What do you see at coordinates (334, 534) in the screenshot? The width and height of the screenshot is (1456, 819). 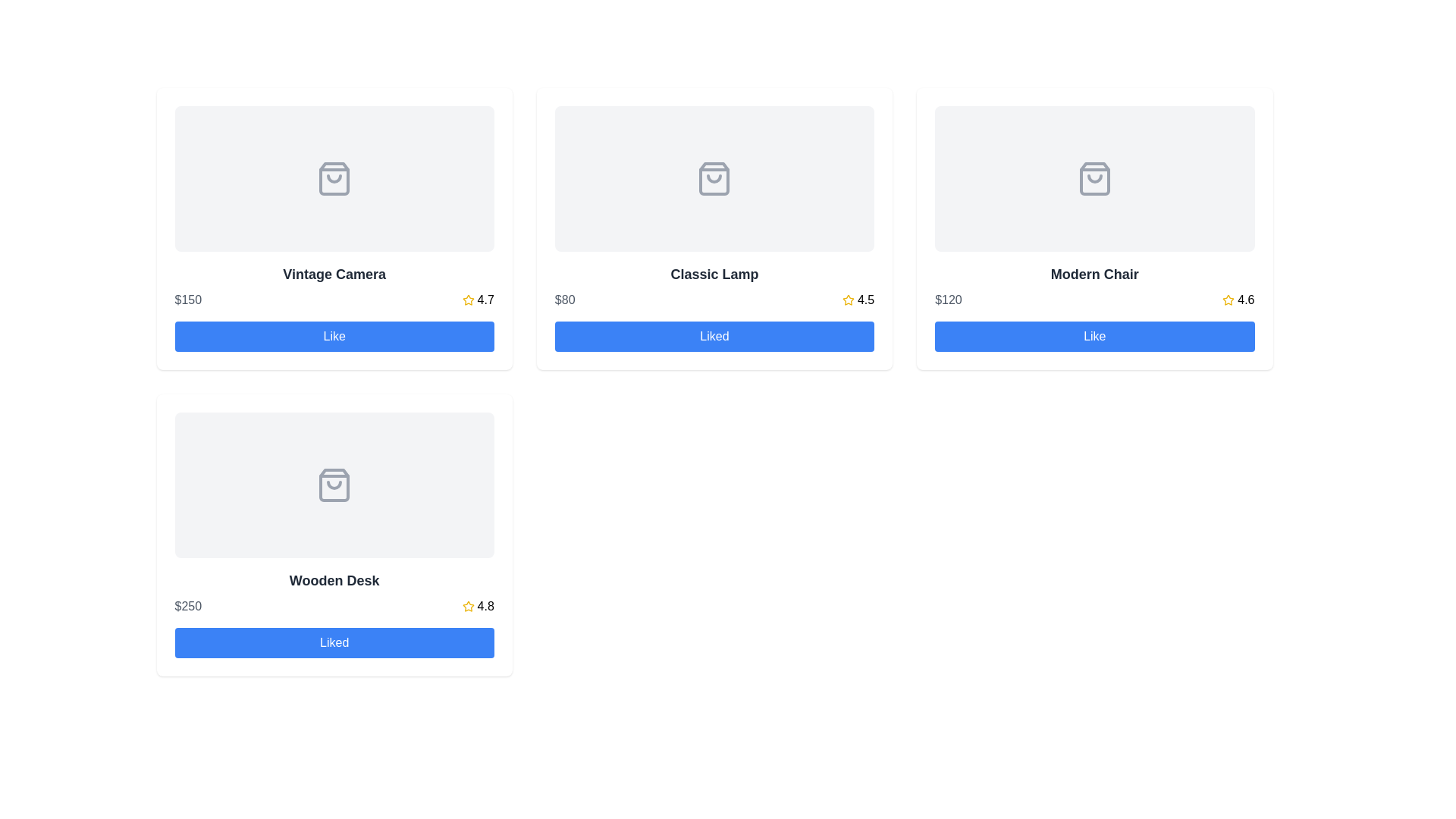 I see `the product information card for the Wooden Desk, located in the second row and first column of the grid layout` at bounding box center [334, 534].